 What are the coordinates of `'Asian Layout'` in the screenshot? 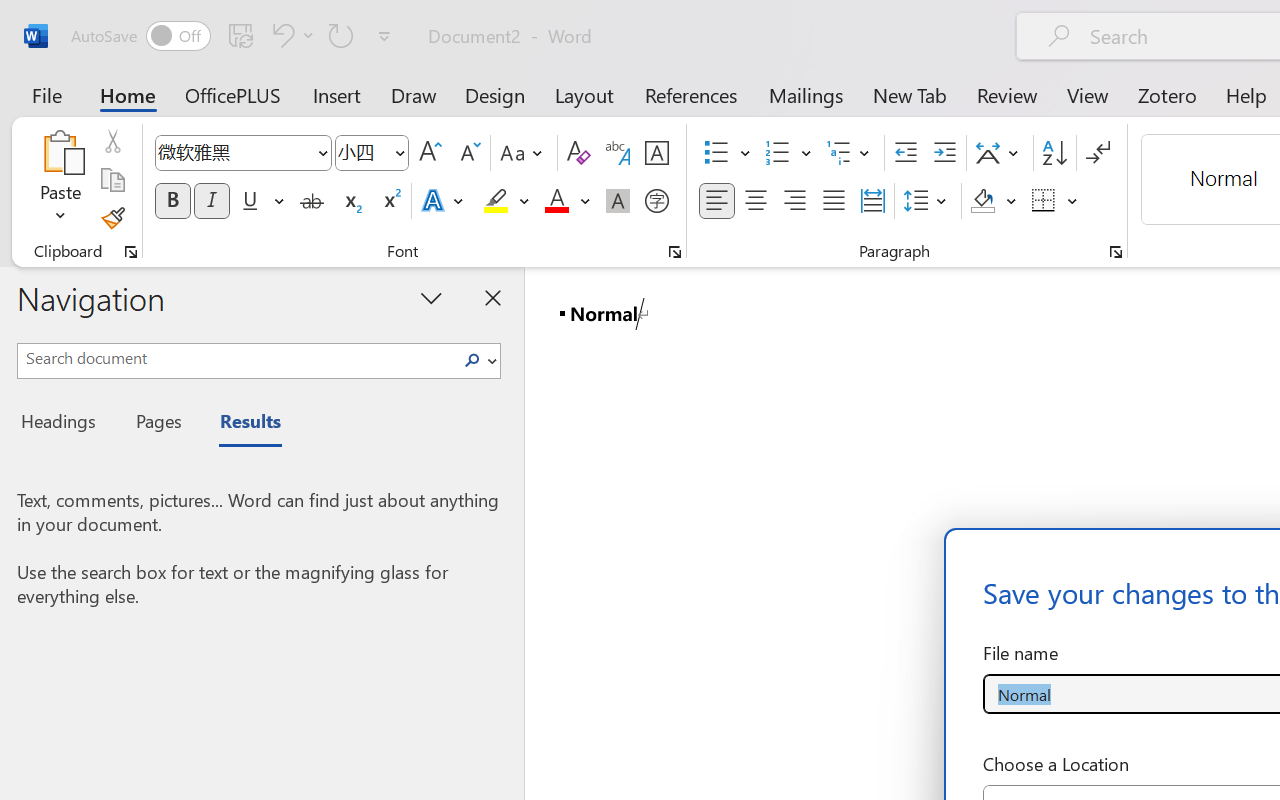 It's located at (1000, 153).